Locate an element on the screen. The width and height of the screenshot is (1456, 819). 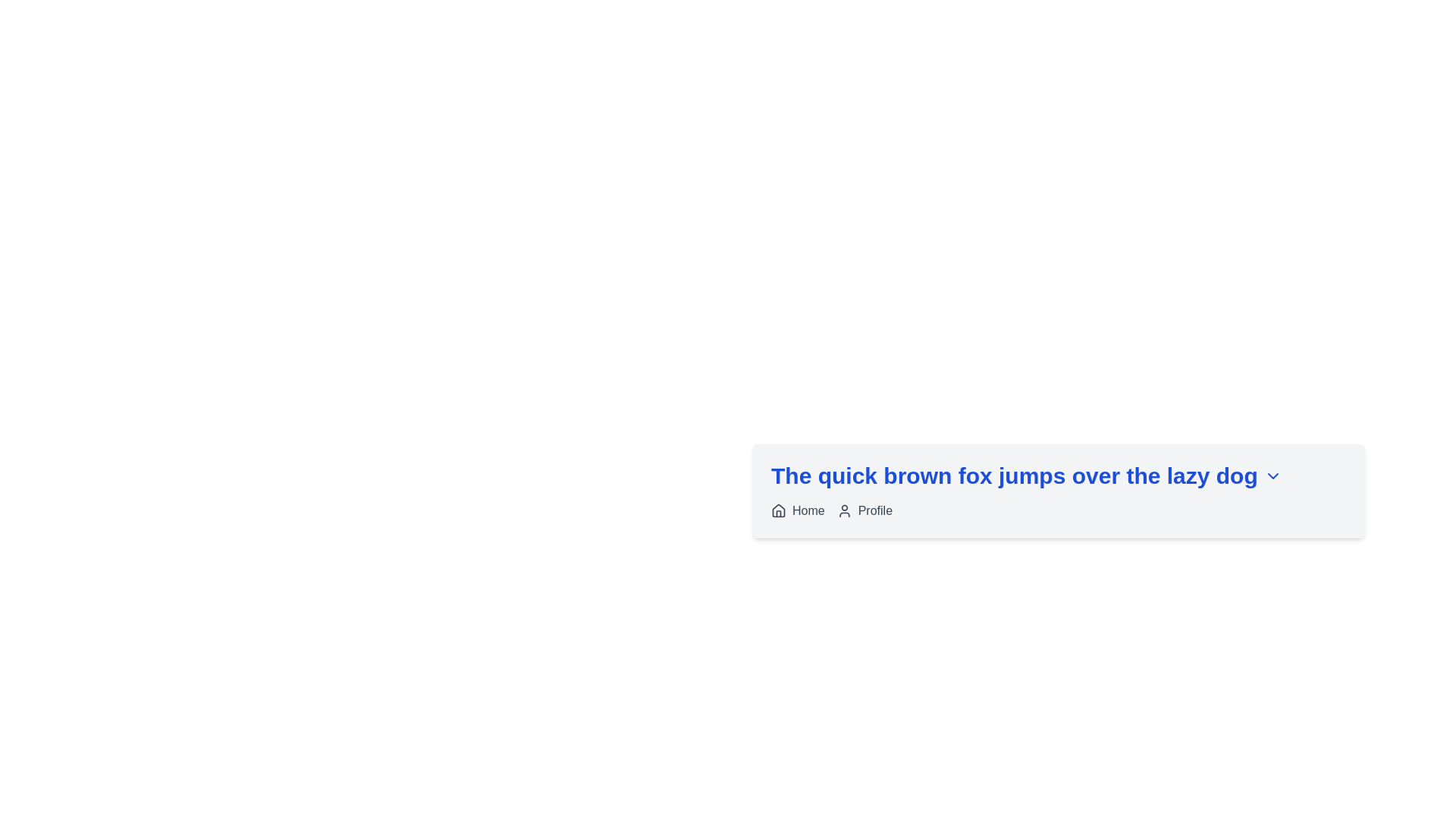
the small blue downward-pointing chevron arrow icon located to the right of the text 'The quick brown fox jumps over the lazy dog' is located at coordinates (1272, 475).